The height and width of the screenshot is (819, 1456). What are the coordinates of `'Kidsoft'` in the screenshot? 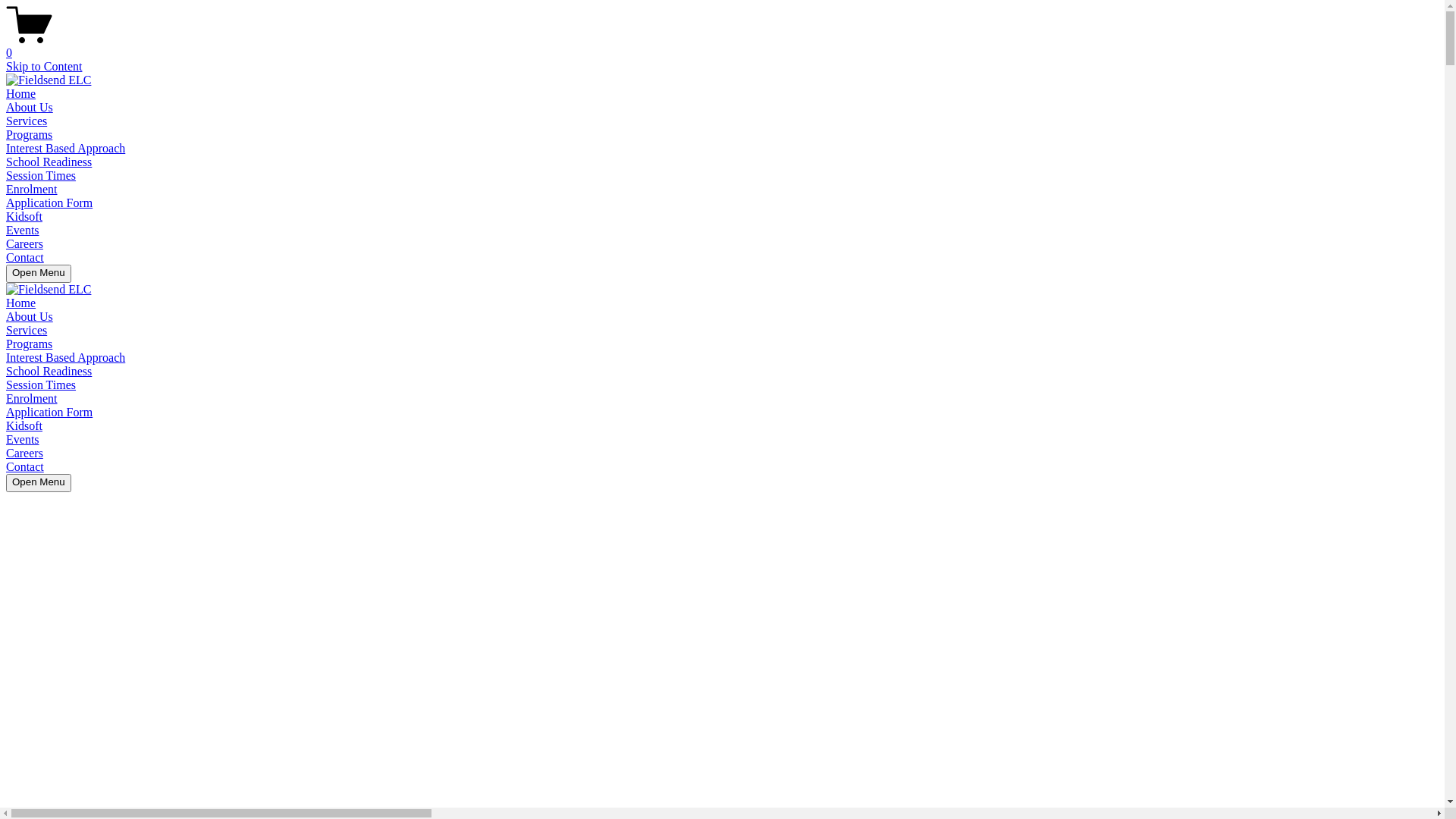 It's located at (24, 425).